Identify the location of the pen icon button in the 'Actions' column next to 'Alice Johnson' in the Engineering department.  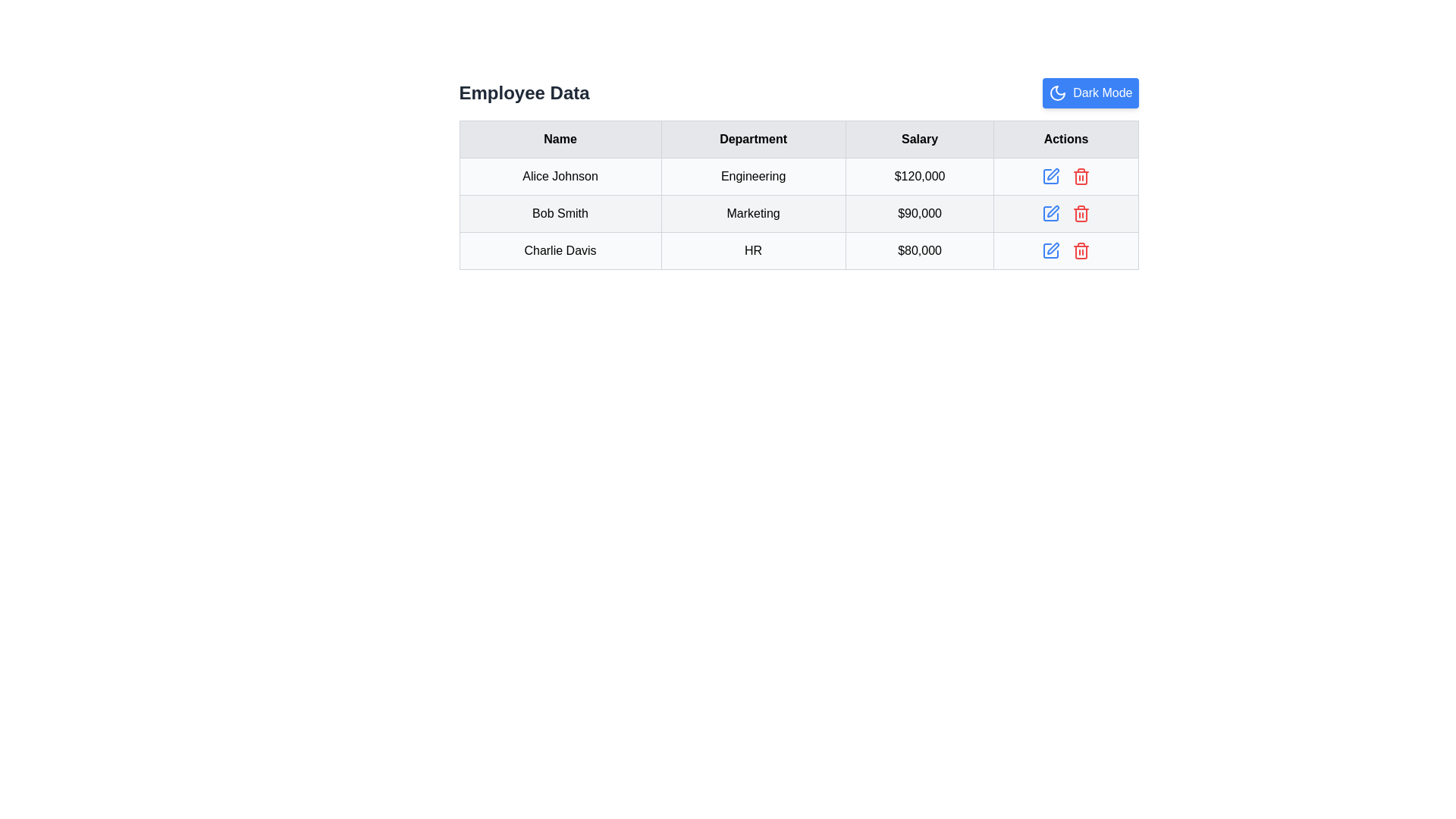
(1051, 174).